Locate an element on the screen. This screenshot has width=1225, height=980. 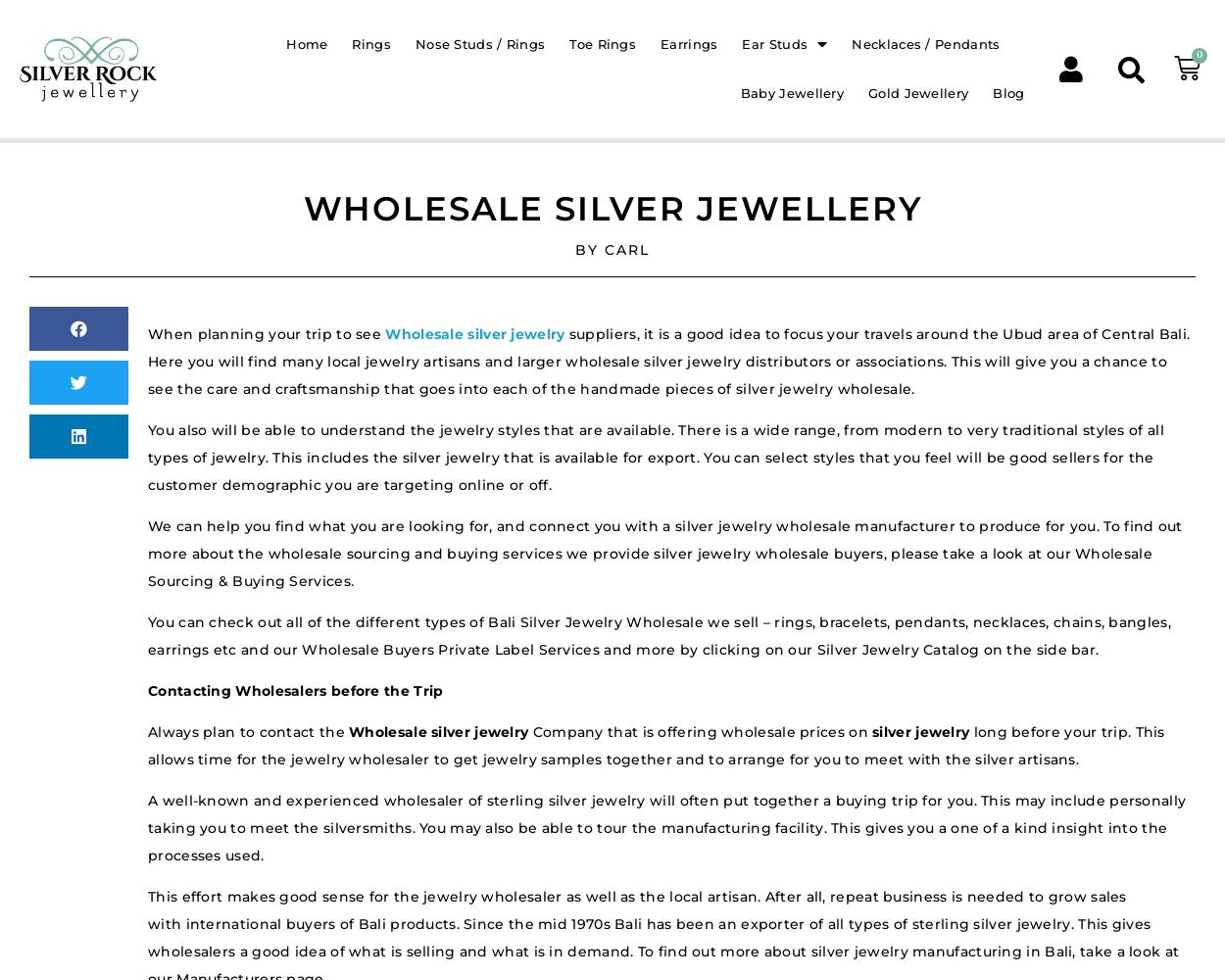
'Rings' is located at coordinates (351, 44).